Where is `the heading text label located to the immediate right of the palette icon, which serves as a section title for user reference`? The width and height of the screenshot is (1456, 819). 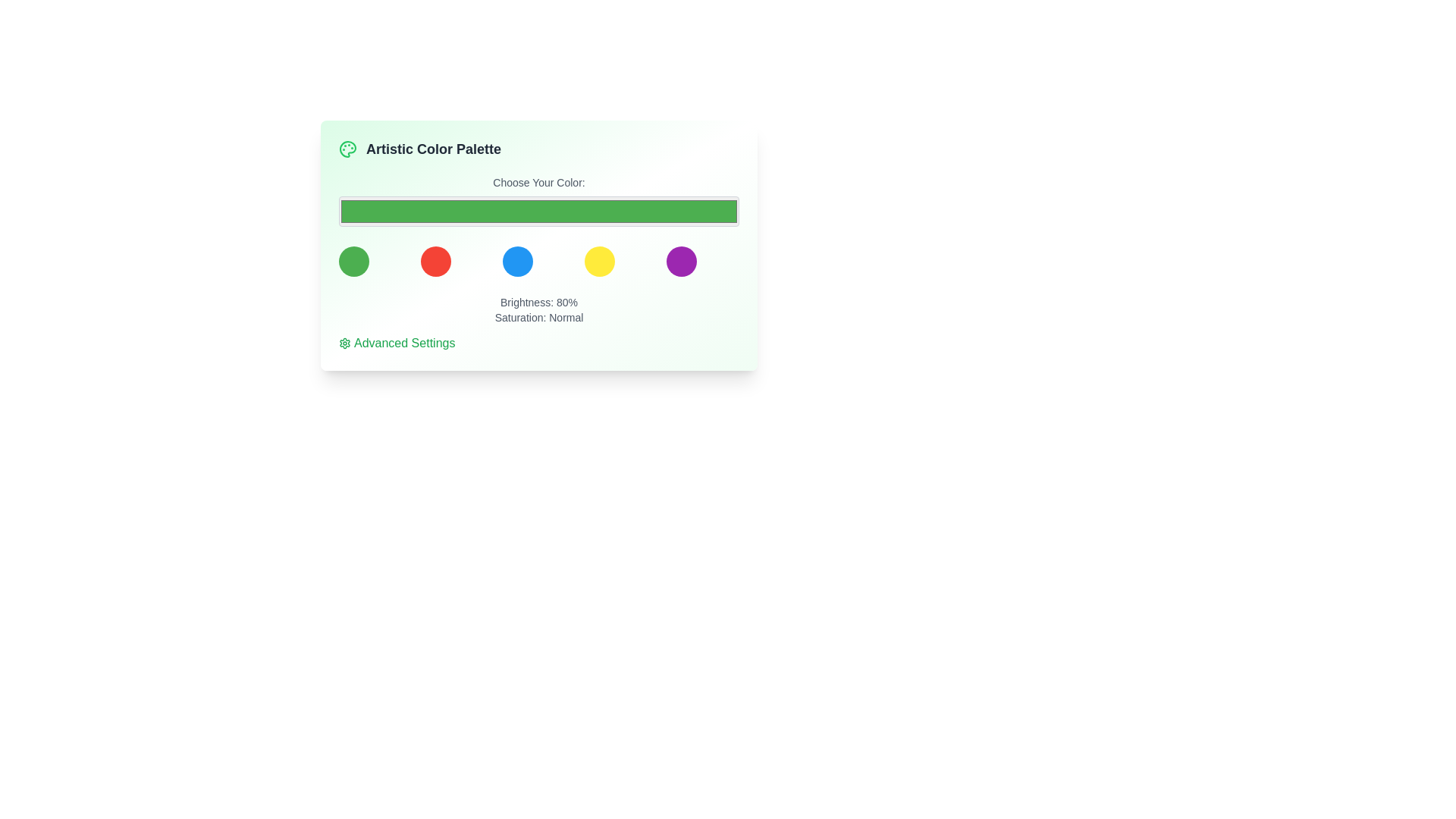
the heading text label located to the immediate right of the palette icon, which serves as a section title for user reference is located at coordinates (432, 149).